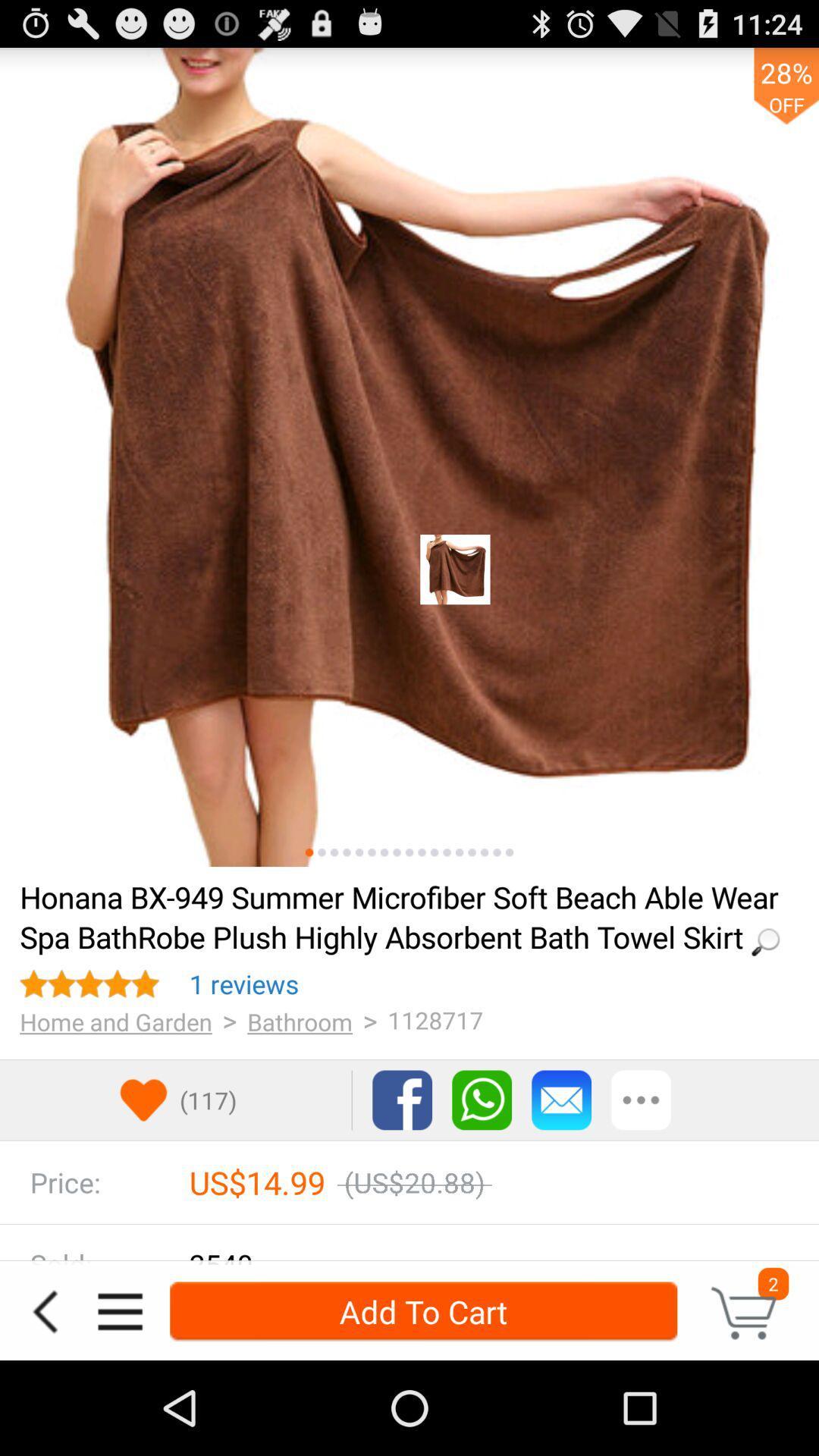  What do you see at coordinates (119, 1310) in the screenshot?
I see `the icon to the left of the add to cart` at bounding box center [119, 1310].